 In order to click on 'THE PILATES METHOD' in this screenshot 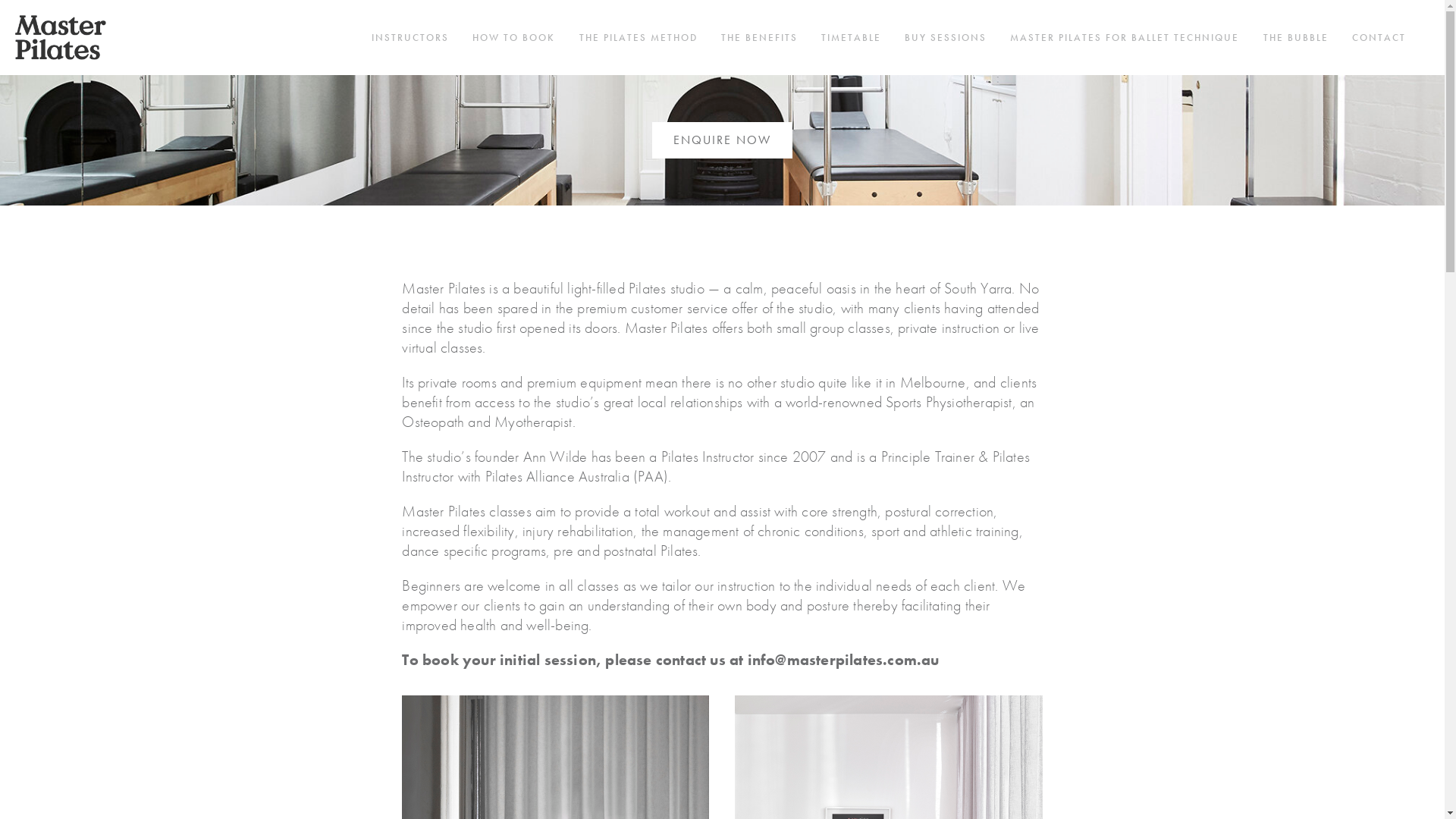, I will do `click(638, 36)`.